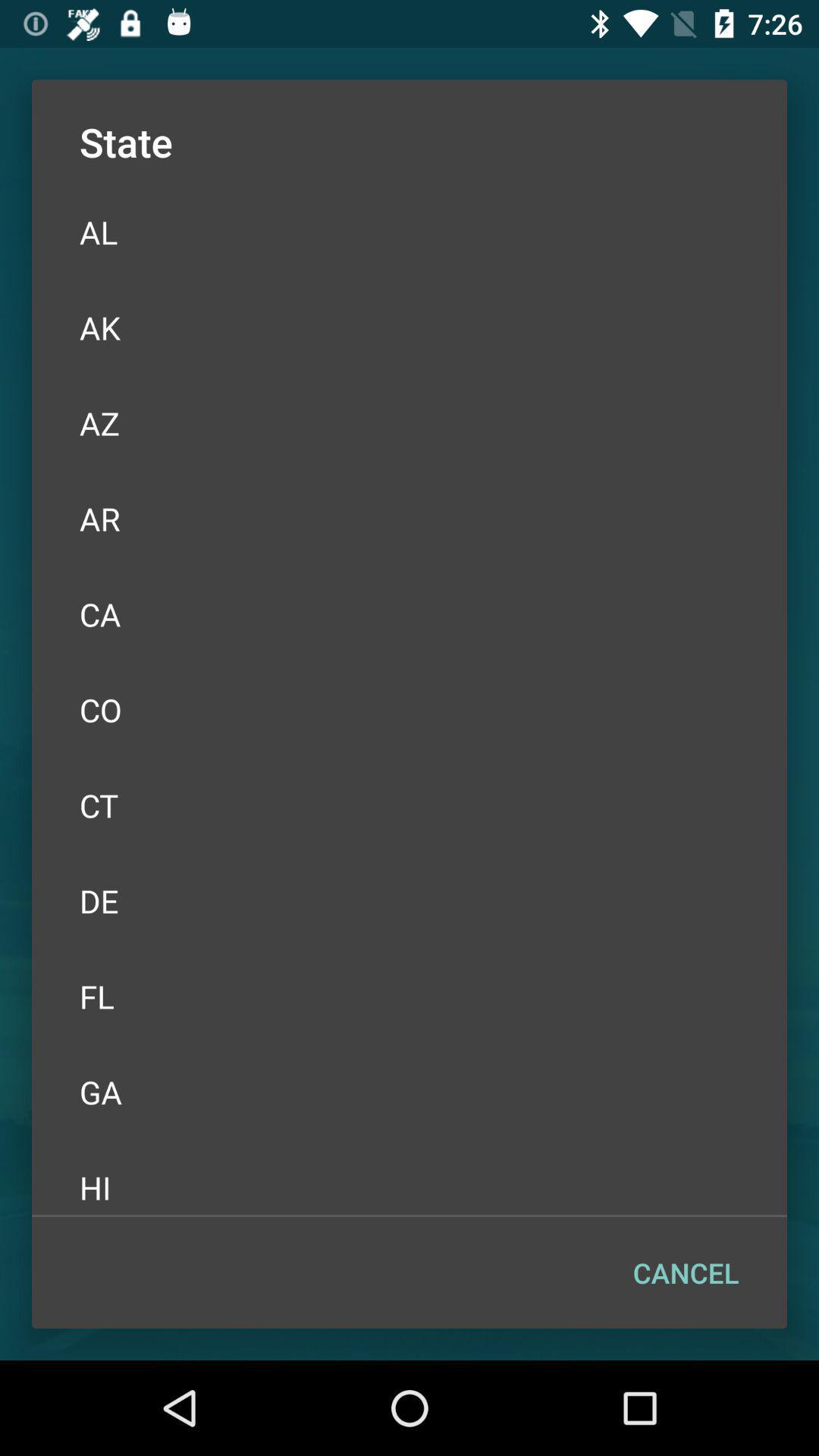 This screenshot has height=1456, width=819. Describe the element at coordinates (409, 519) in the screenshot. I see `the icon below the az item` at that location.